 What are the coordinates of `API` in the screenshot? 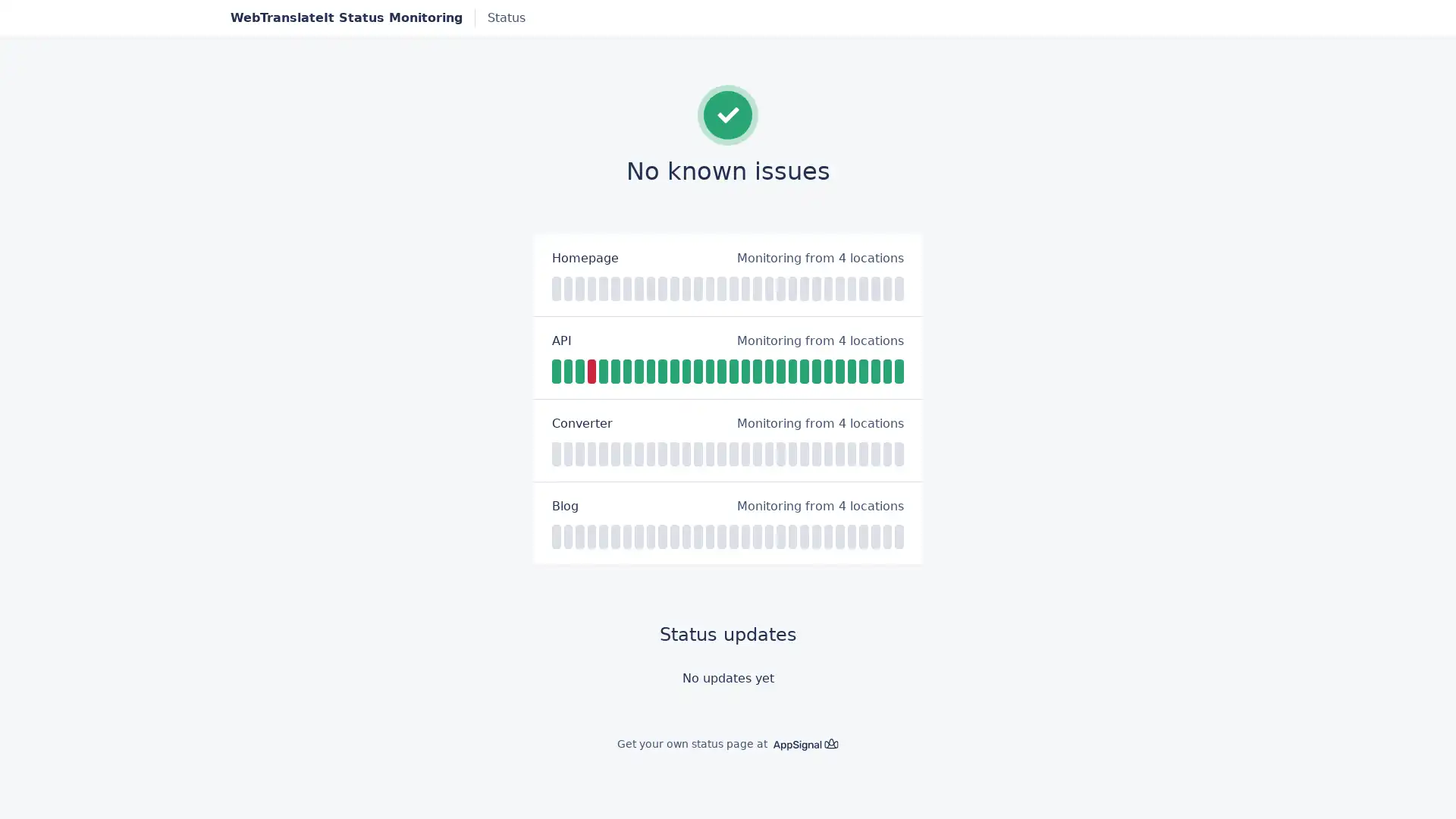 It's located at (560, 339).